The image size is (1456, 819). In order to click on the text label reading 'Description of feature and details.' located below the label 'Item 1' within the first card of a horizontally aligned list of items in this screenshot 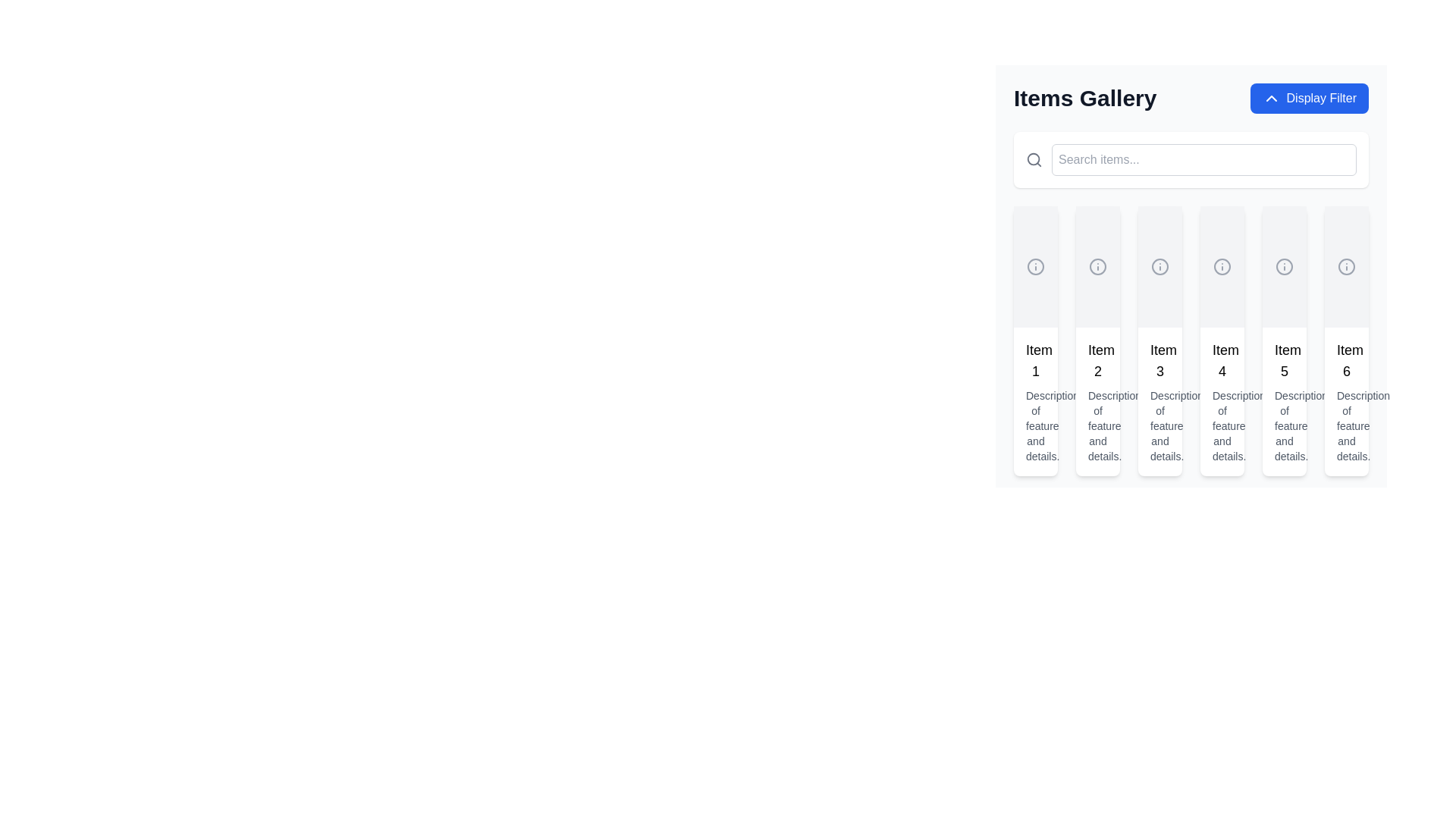, I will do `click(1035, 426)`.